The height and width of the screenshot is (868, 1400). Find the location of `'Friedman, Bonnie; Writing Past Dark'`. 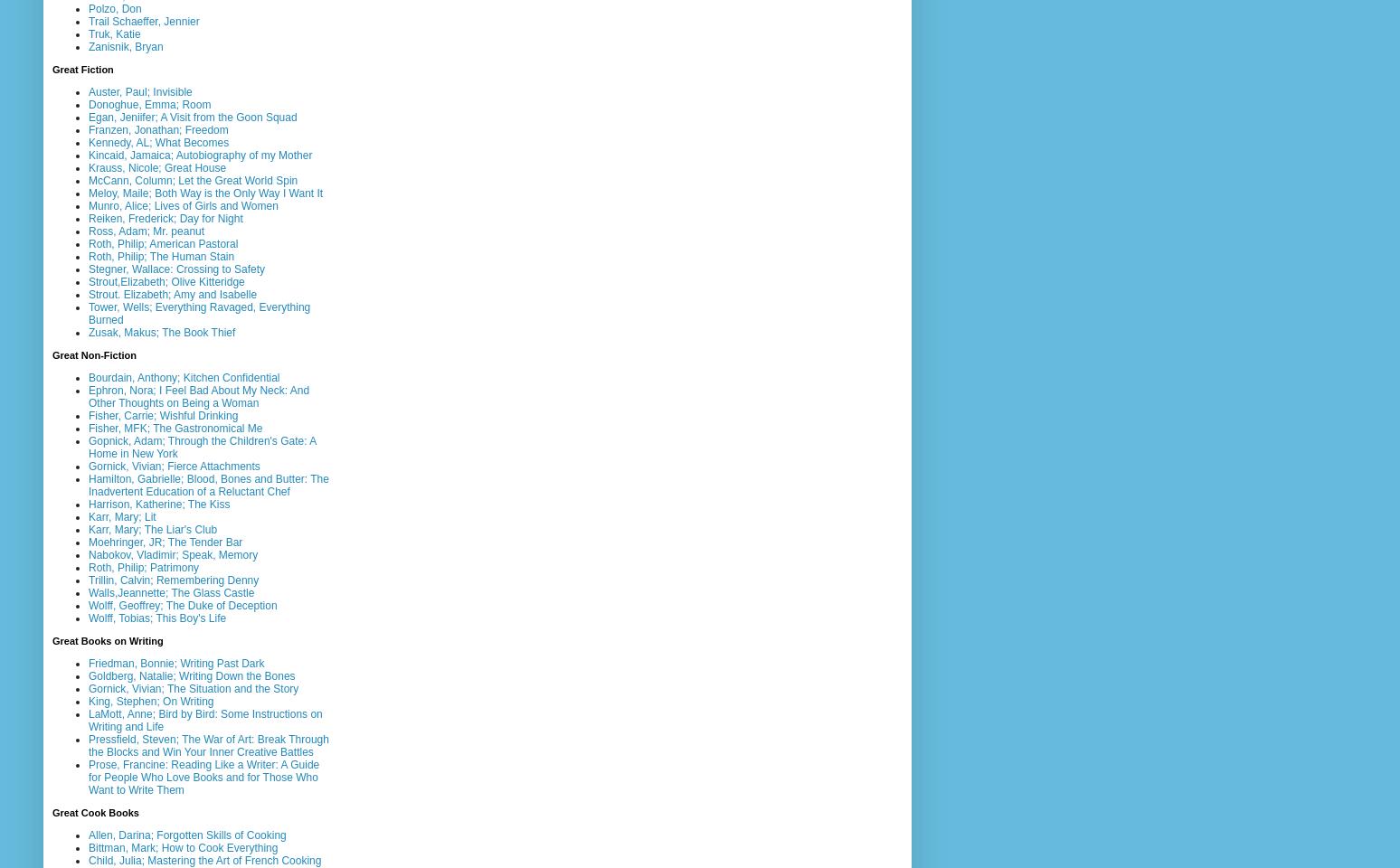

'Friedman, Bonnie; Writing Past Dark' is located at coordinates (175, 661).